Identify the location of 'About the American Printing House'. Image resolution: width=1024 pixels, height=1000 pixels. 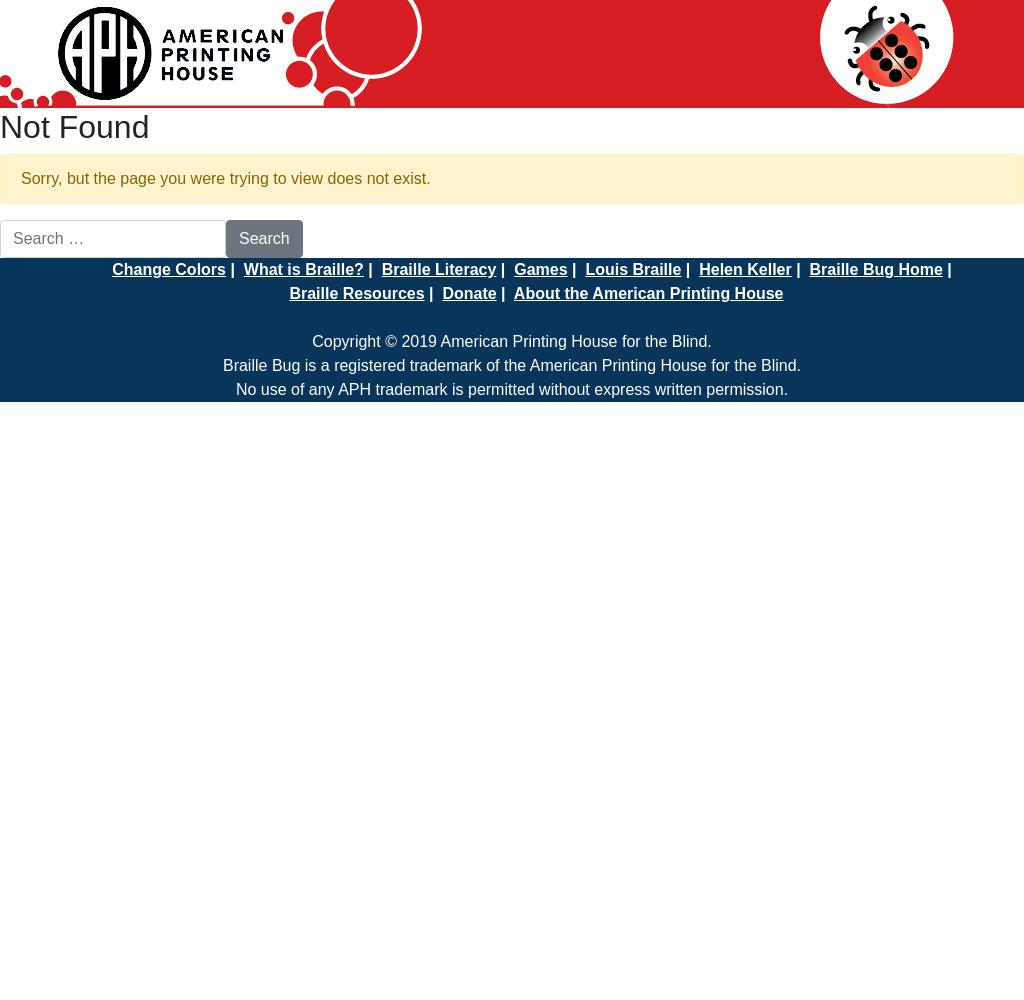
(646, 293).